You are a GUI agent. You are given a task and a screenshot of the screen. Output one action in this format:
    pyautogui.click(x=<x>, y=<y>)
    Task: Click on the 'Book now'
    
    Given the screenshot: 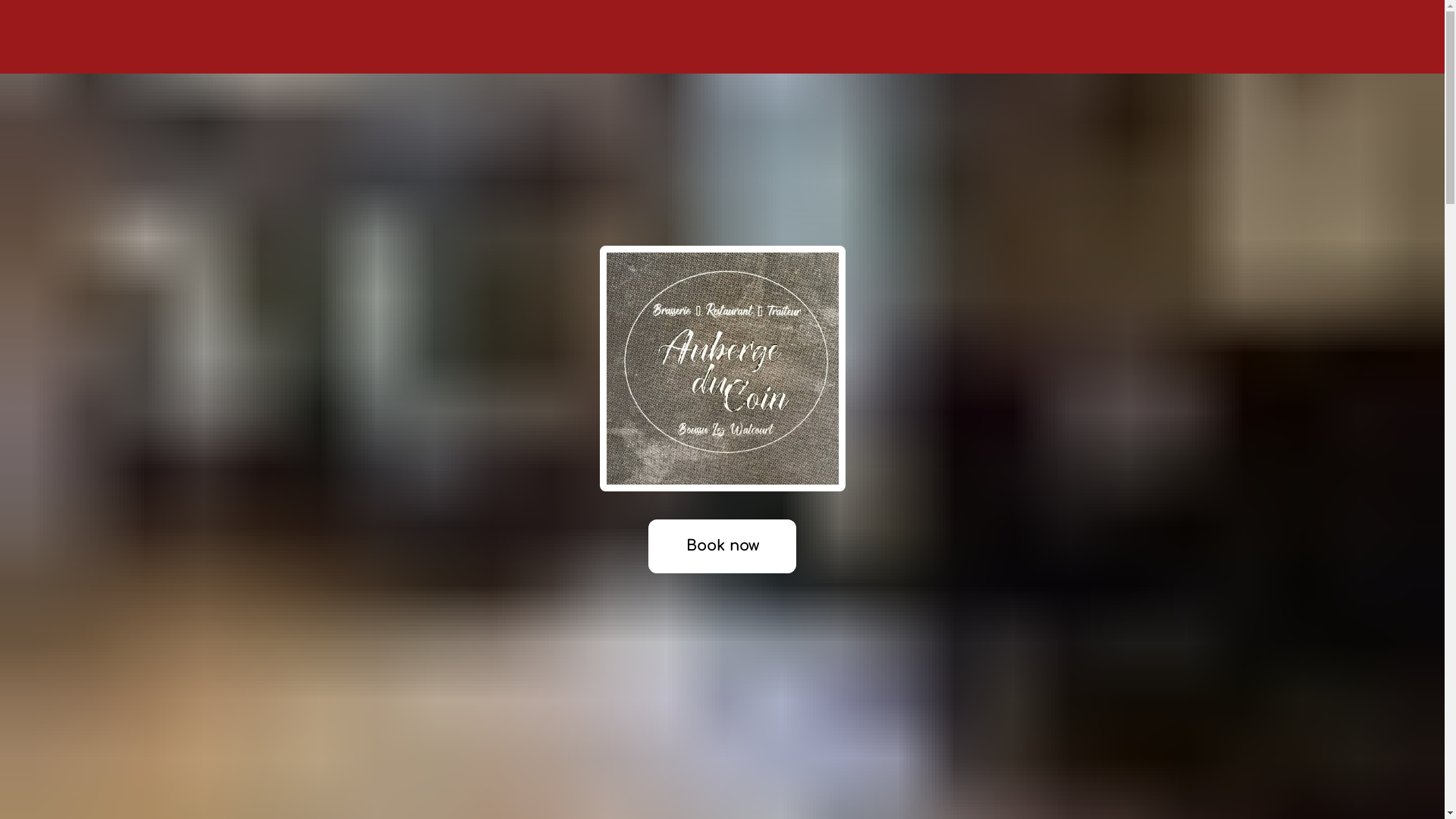 What is the action you would take?
    pyautogui.click(x=720, y=546)
    